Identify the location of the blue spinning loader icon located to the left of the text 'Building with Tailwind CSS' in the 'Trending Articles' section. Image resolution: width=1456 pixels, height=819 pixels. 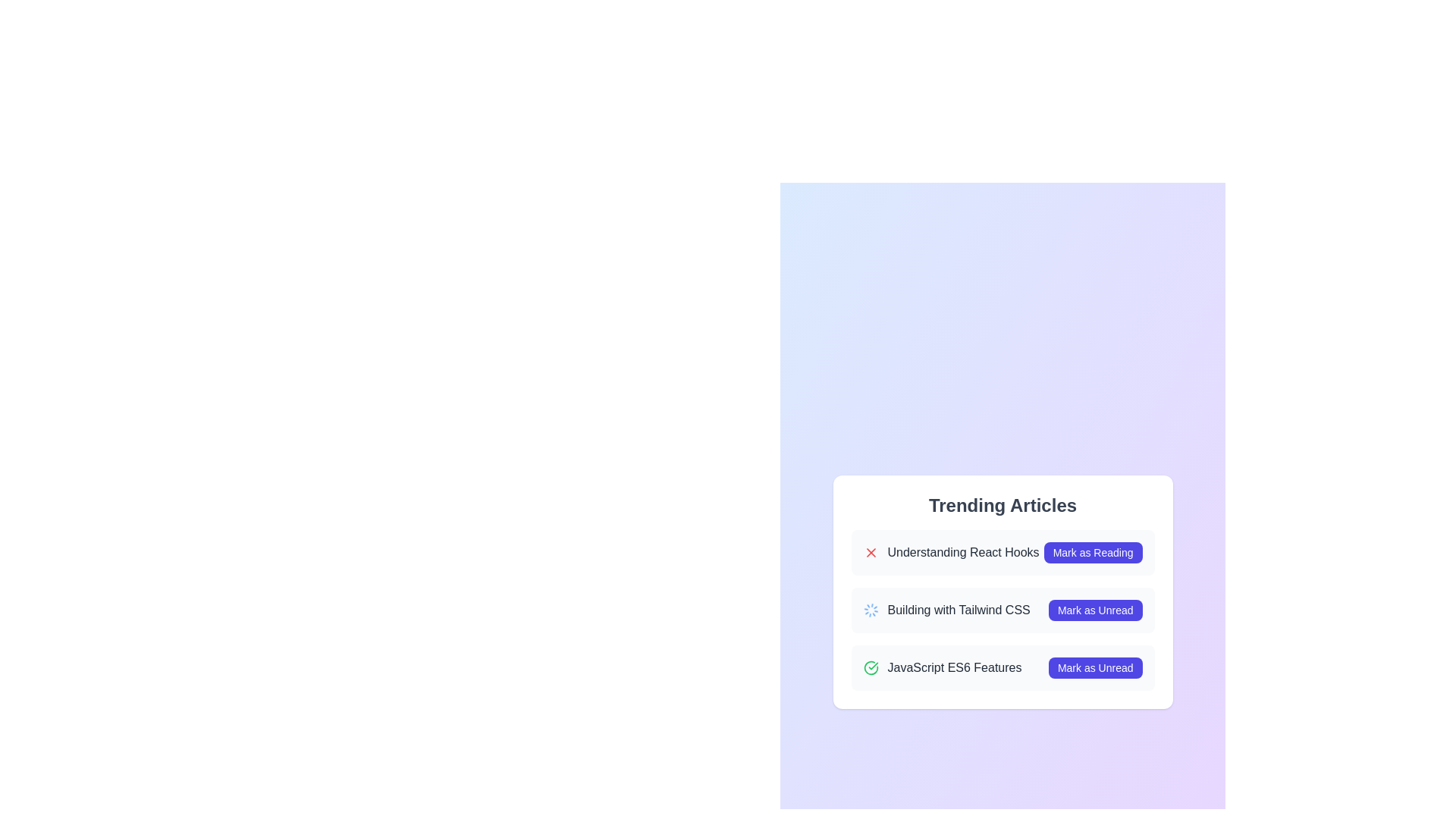
(871, 610).